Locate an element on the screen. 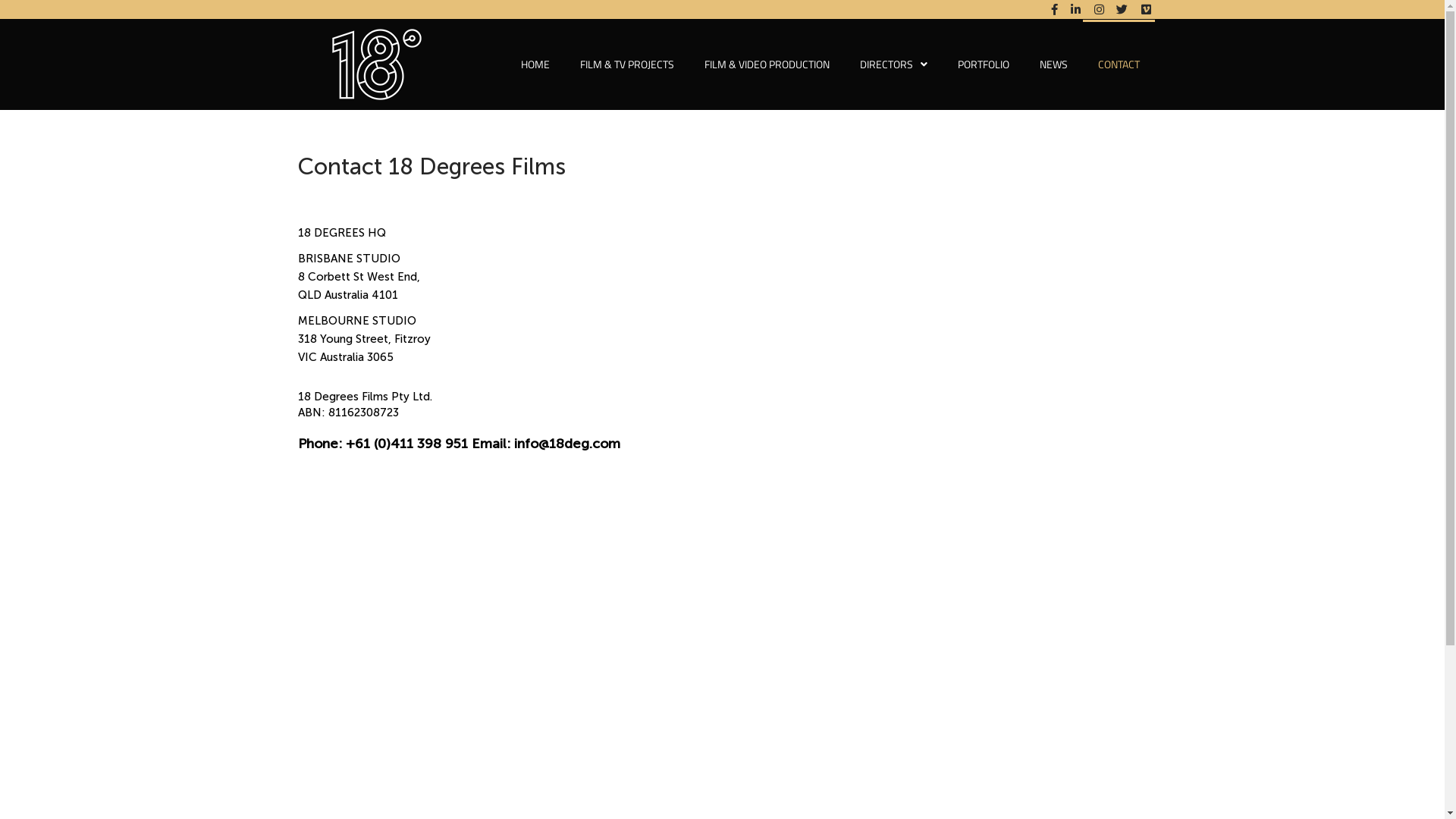  'Phone: +61 (0)411 398 951 Email: info@18deg.com' is located at coordinates (457, 444).